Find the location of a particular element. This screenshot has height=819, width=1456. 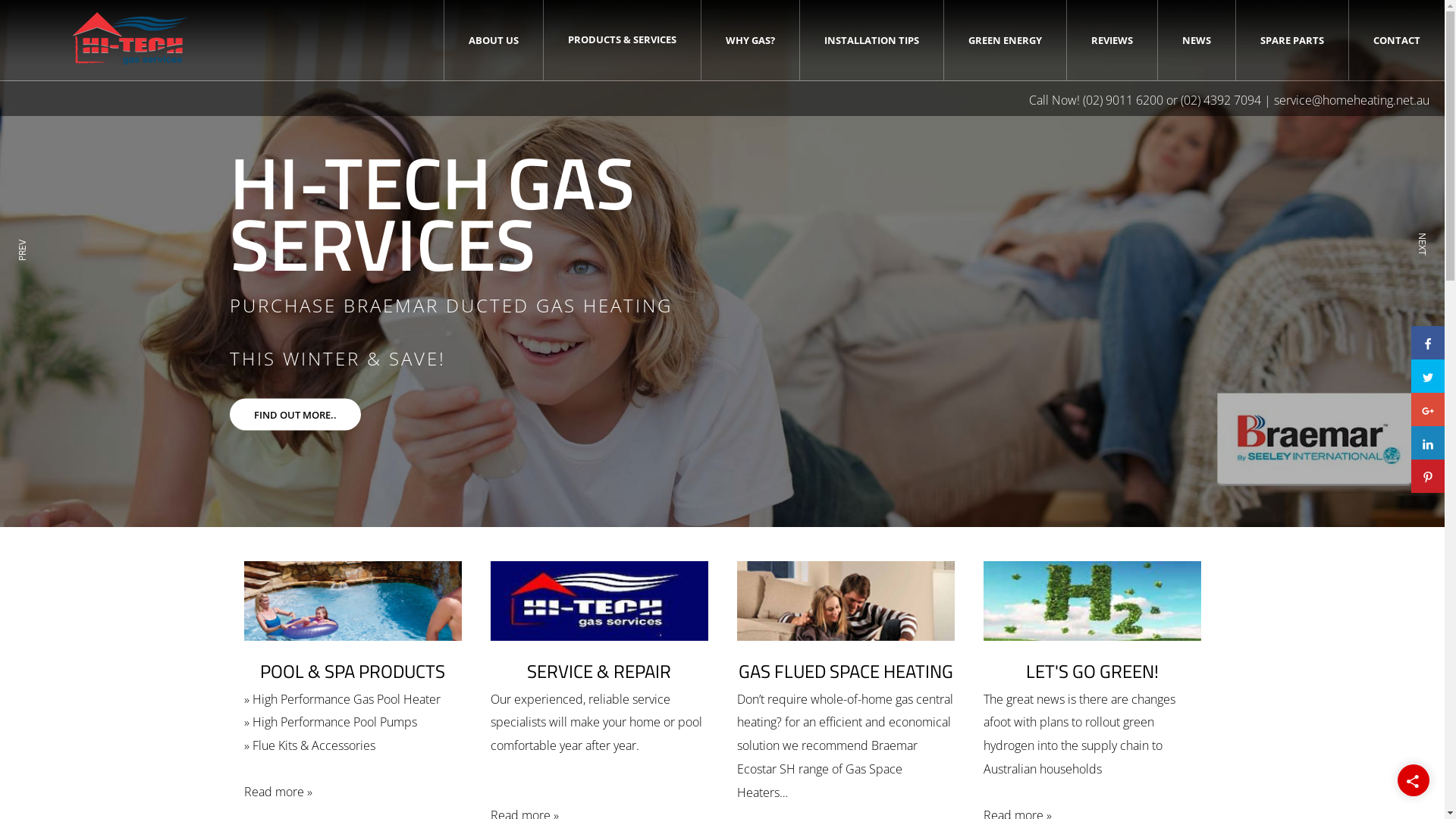

'NEXT' is located at coordinates (1419, 265).